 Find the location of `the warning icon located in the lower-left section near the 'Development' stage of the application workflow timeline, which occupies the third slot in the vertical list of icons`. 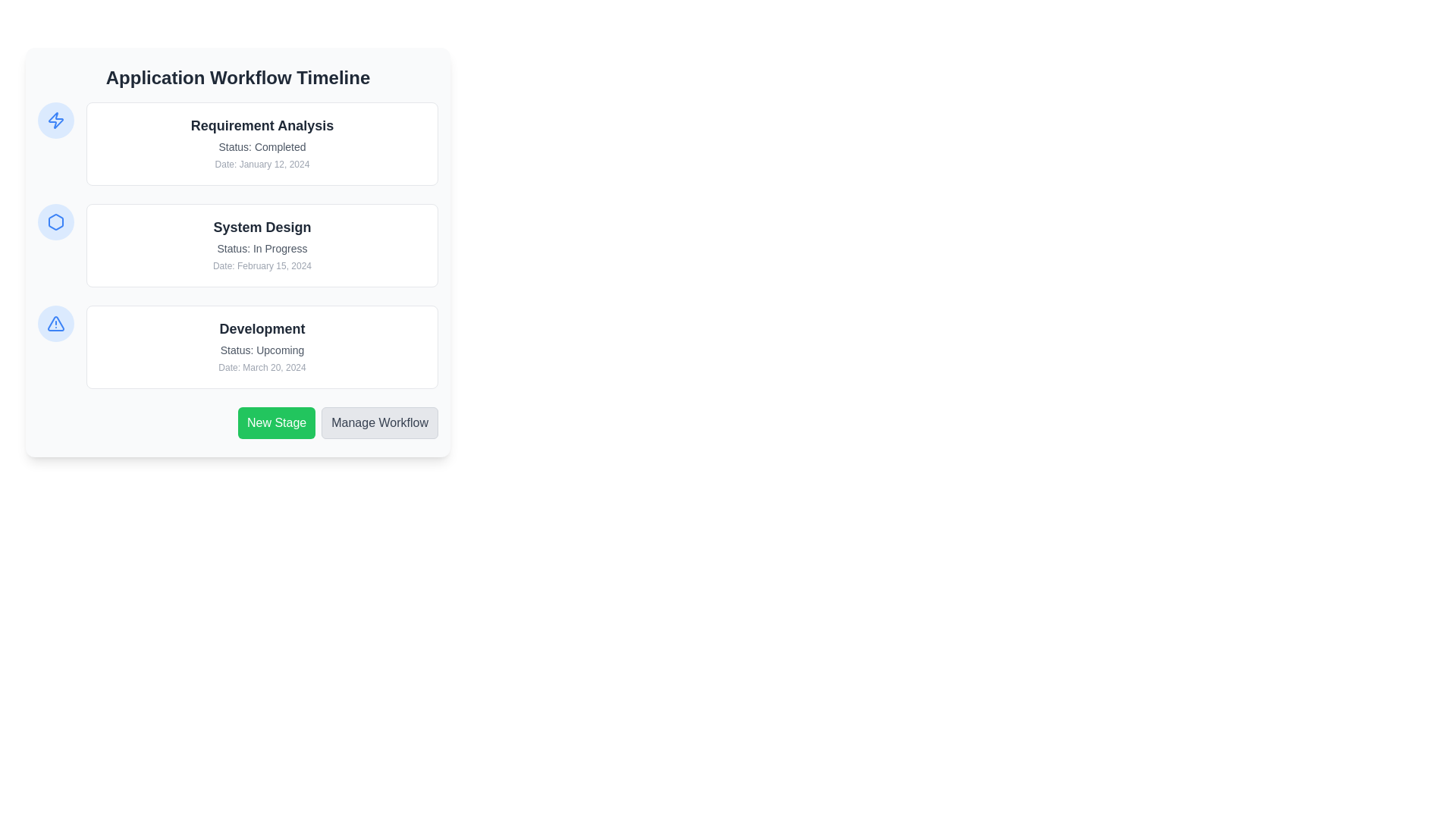

the warning icon located in the lower-left section near the 'Development' stage of the application workflow timeline, which occupies the third slot in the vertical list of icons is located at coordinates (55, 323).